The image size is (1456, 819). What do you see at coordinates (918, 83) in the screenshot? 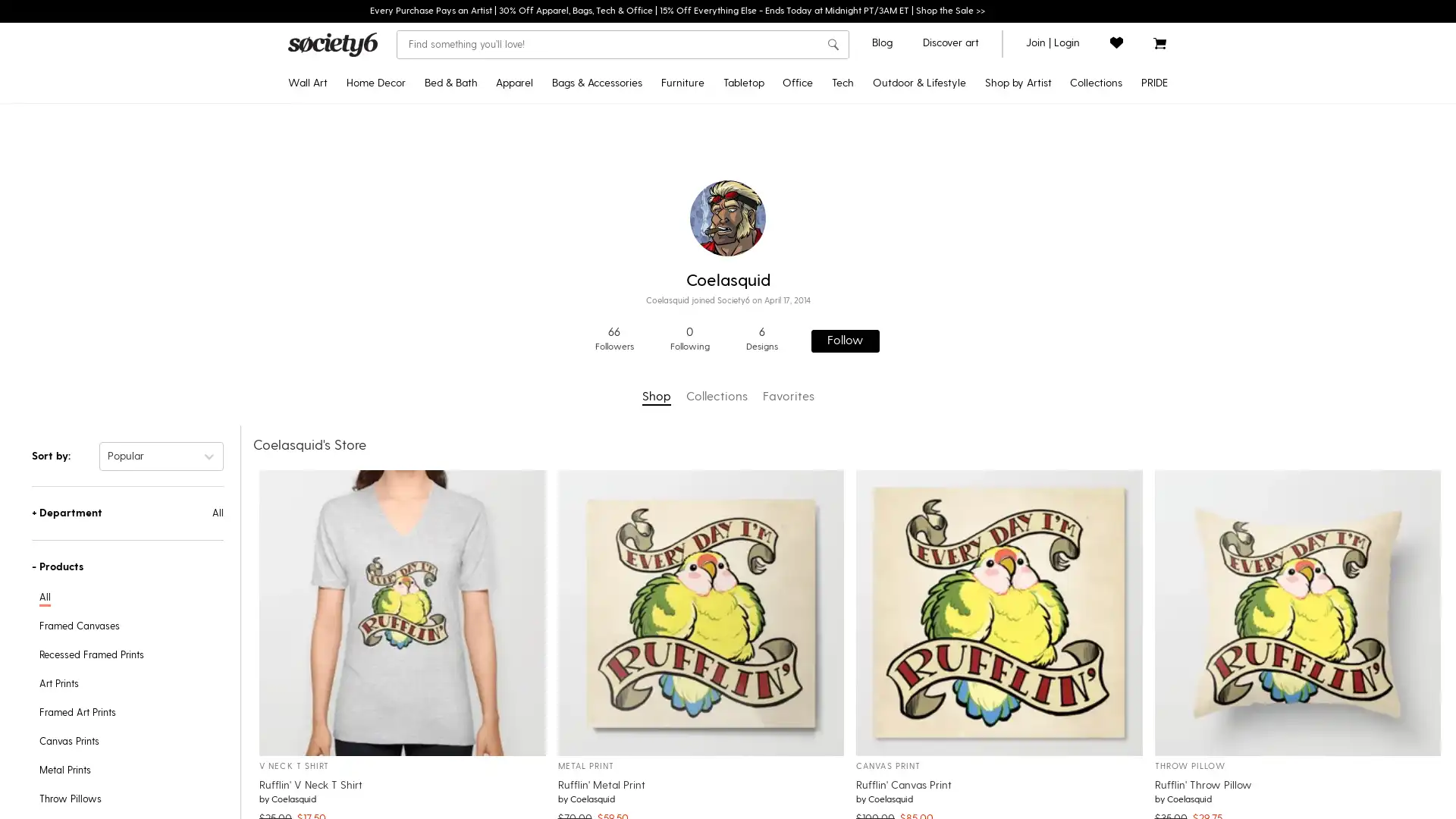
I see `Outdoor & Lifestyle` at bounding box center [918, 83].